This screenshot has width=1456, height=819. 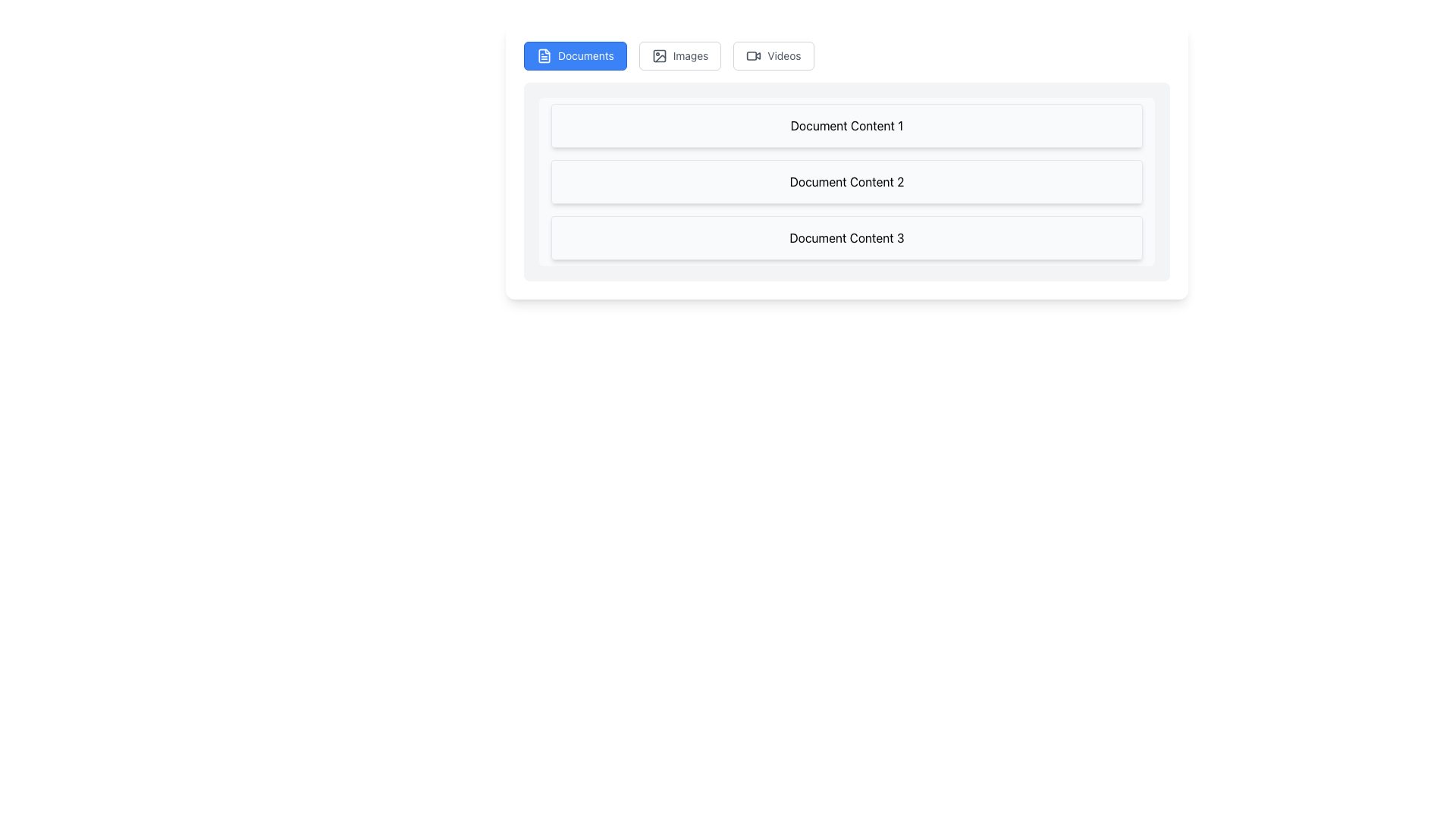 What do you see at coordinates (679, 55) in the screenshot?
I see `the 'Images' button, which is located in the center of three horizontally aligned buttons, to observe styling changes` at bounding box center [679, 55].